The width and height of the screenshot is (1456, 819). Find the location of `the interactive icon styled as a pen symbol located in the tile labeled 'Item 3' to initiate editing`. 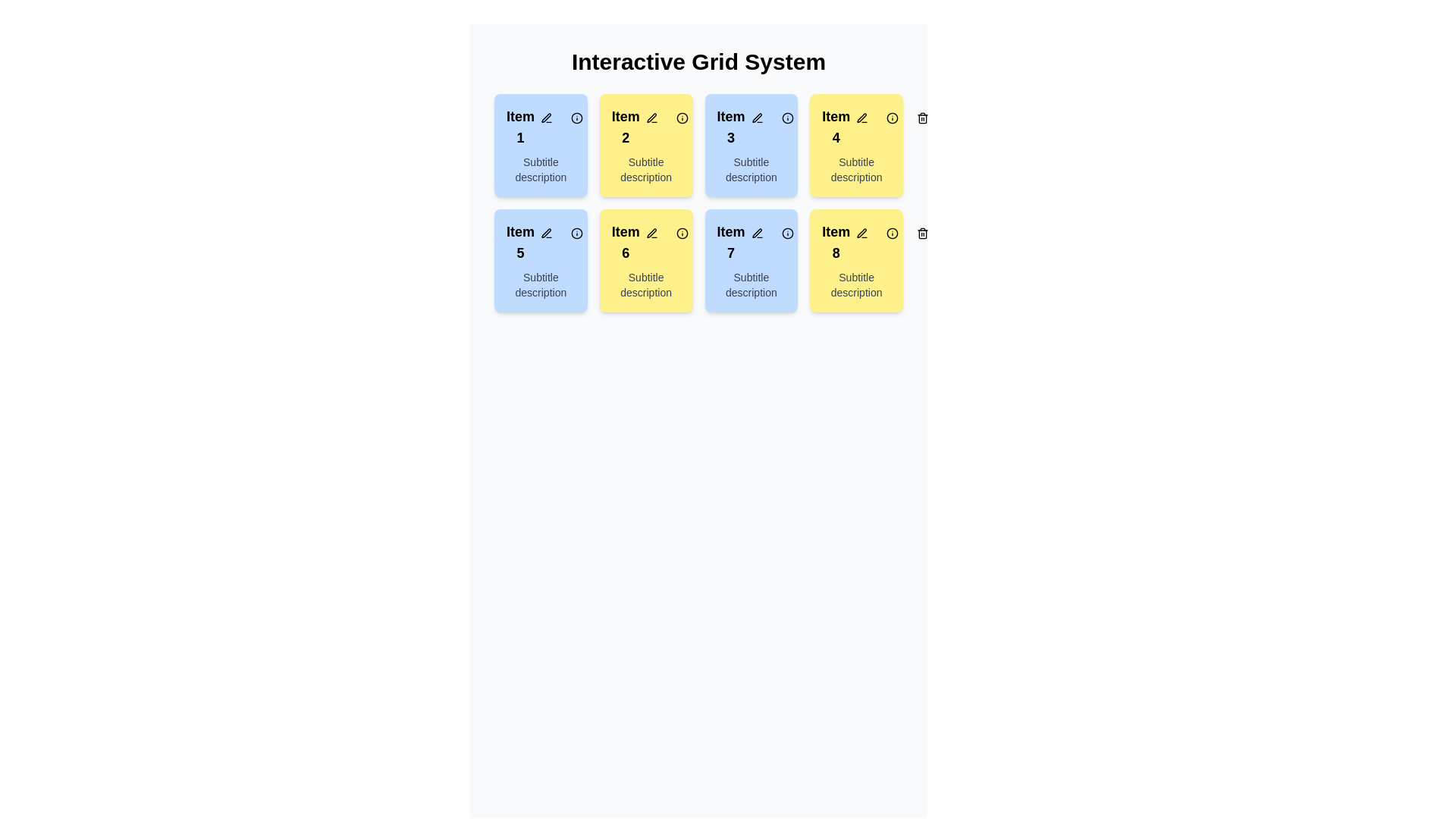

the interactive icon styled as a pen symbol located in the tile labeled 'Item 3' to initiate editing is located at coordinates (757, 117).